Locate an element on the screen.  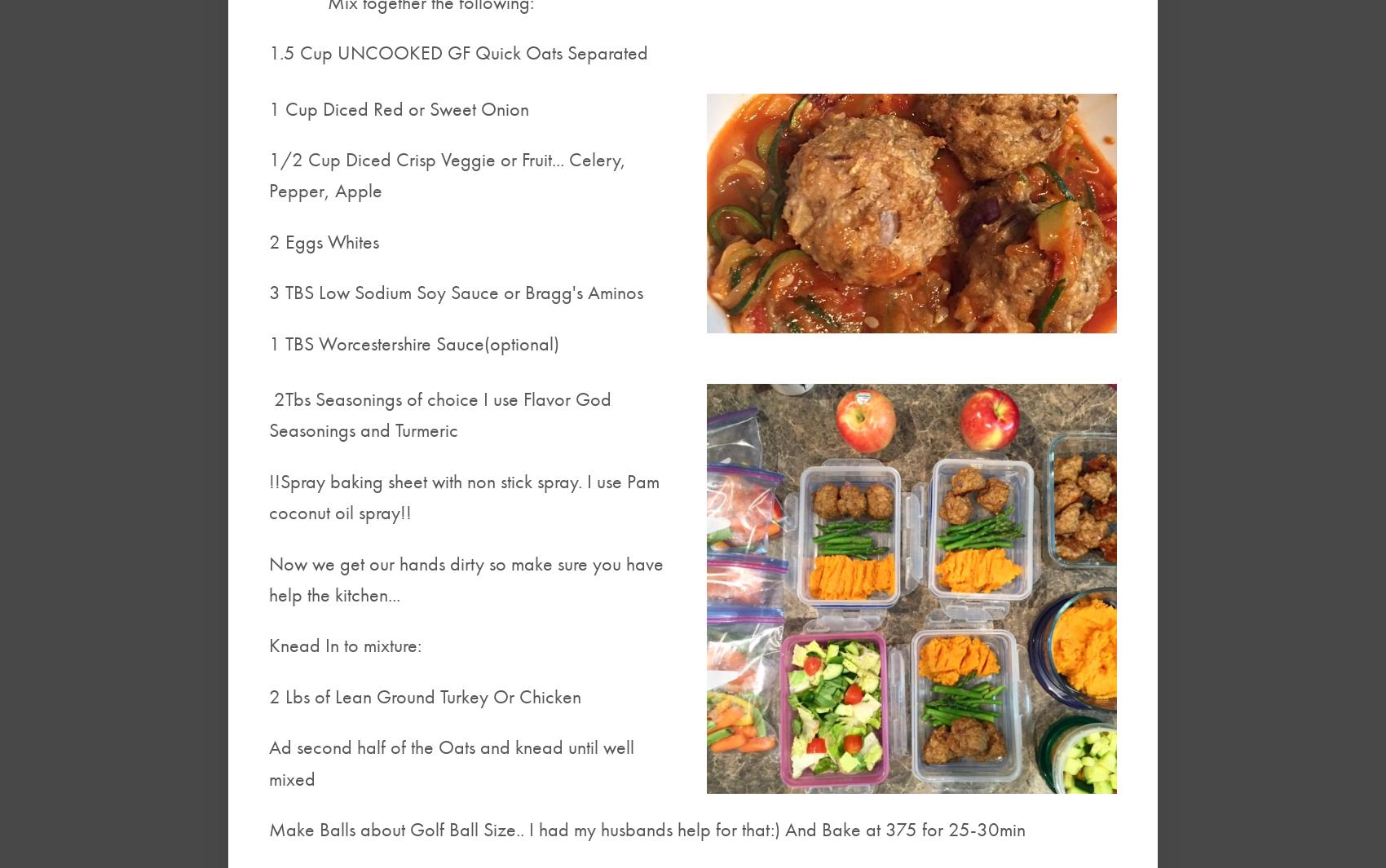
'Now we get our hands dirty so make sure you have help the kitchen...' is located at coordinates (466, 578).